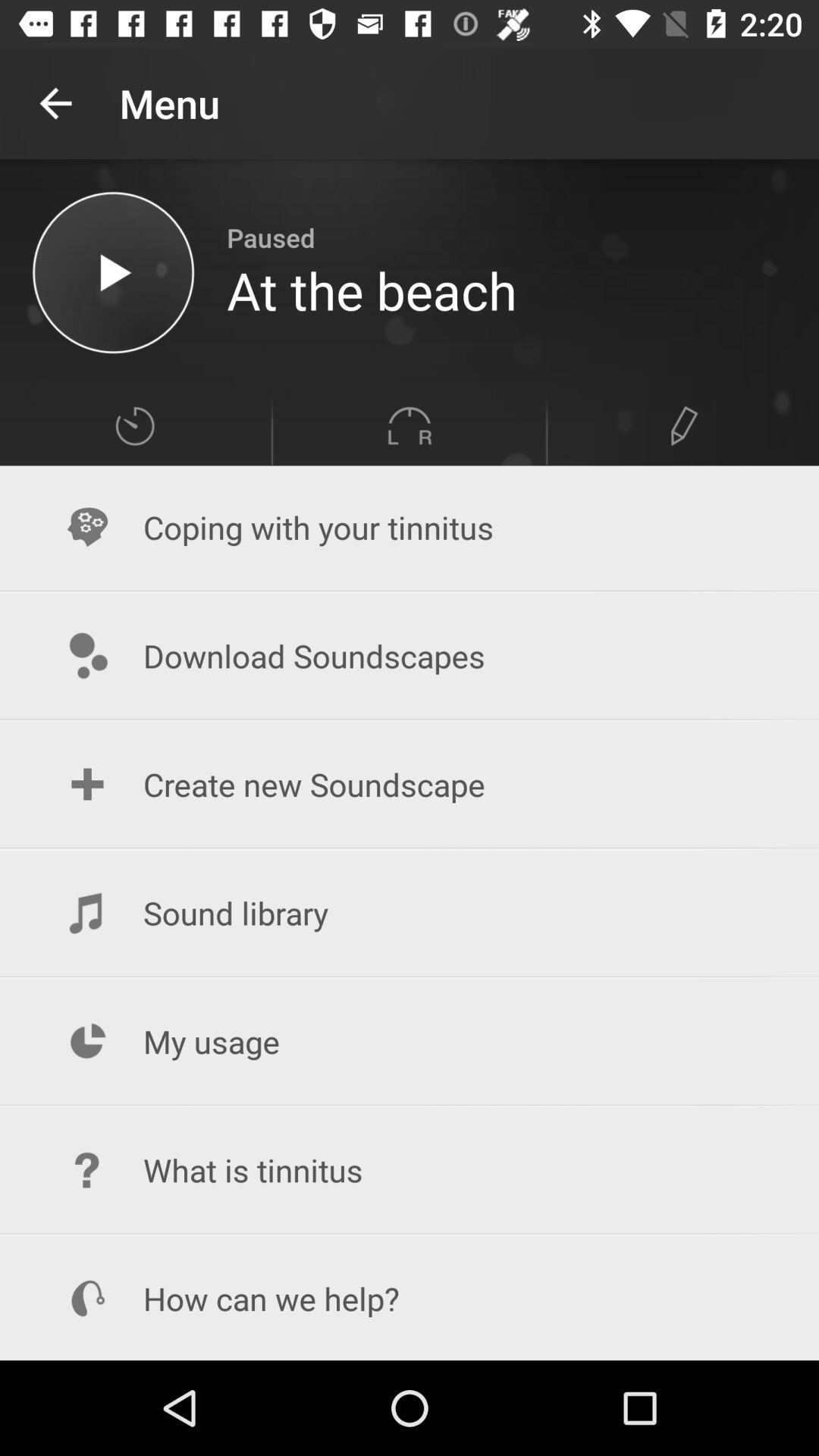  I want to click on the icon below coping with your item, so click(409, 656).